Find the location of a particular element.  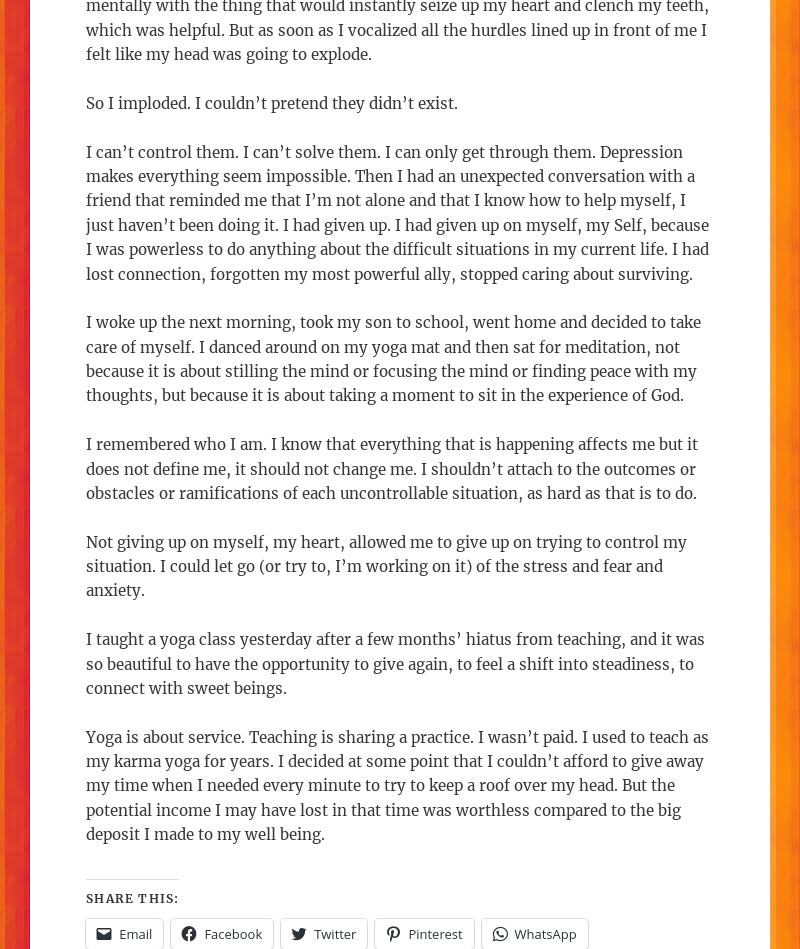

'I woke up the next morning, took my son to school, went home and decided to take care of myself. I danced around on my yoga mat and then sat for meditation, not because it is about stilling the mind or focusing the mind or finding peace with my thoughts, but because it is about taking a moment to sit in the experience of God.' is located at coordinates (392, 359).